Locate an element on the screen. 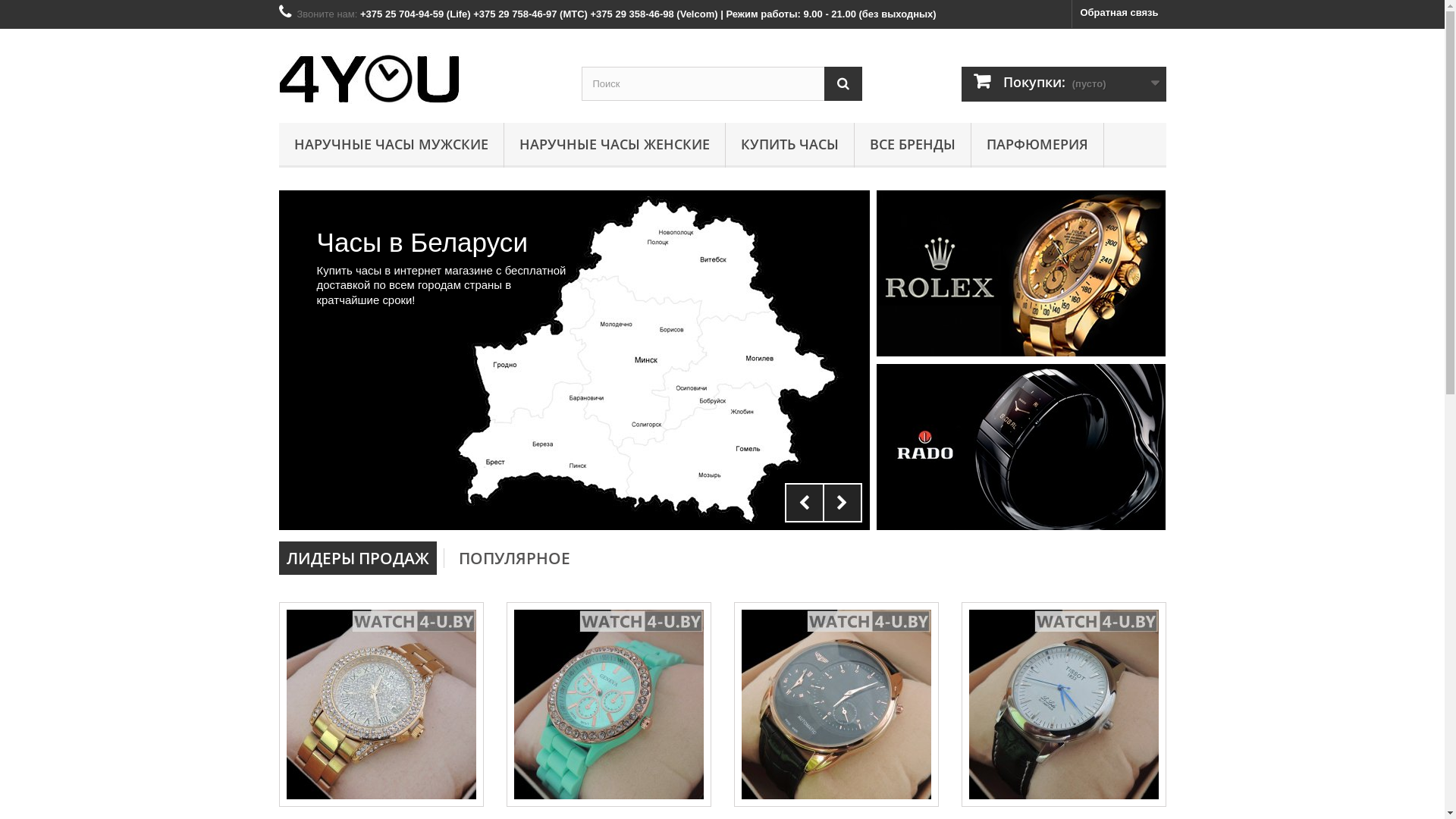 The image size is (1456, 819). 'Next' is located at coordinates (821, 503).